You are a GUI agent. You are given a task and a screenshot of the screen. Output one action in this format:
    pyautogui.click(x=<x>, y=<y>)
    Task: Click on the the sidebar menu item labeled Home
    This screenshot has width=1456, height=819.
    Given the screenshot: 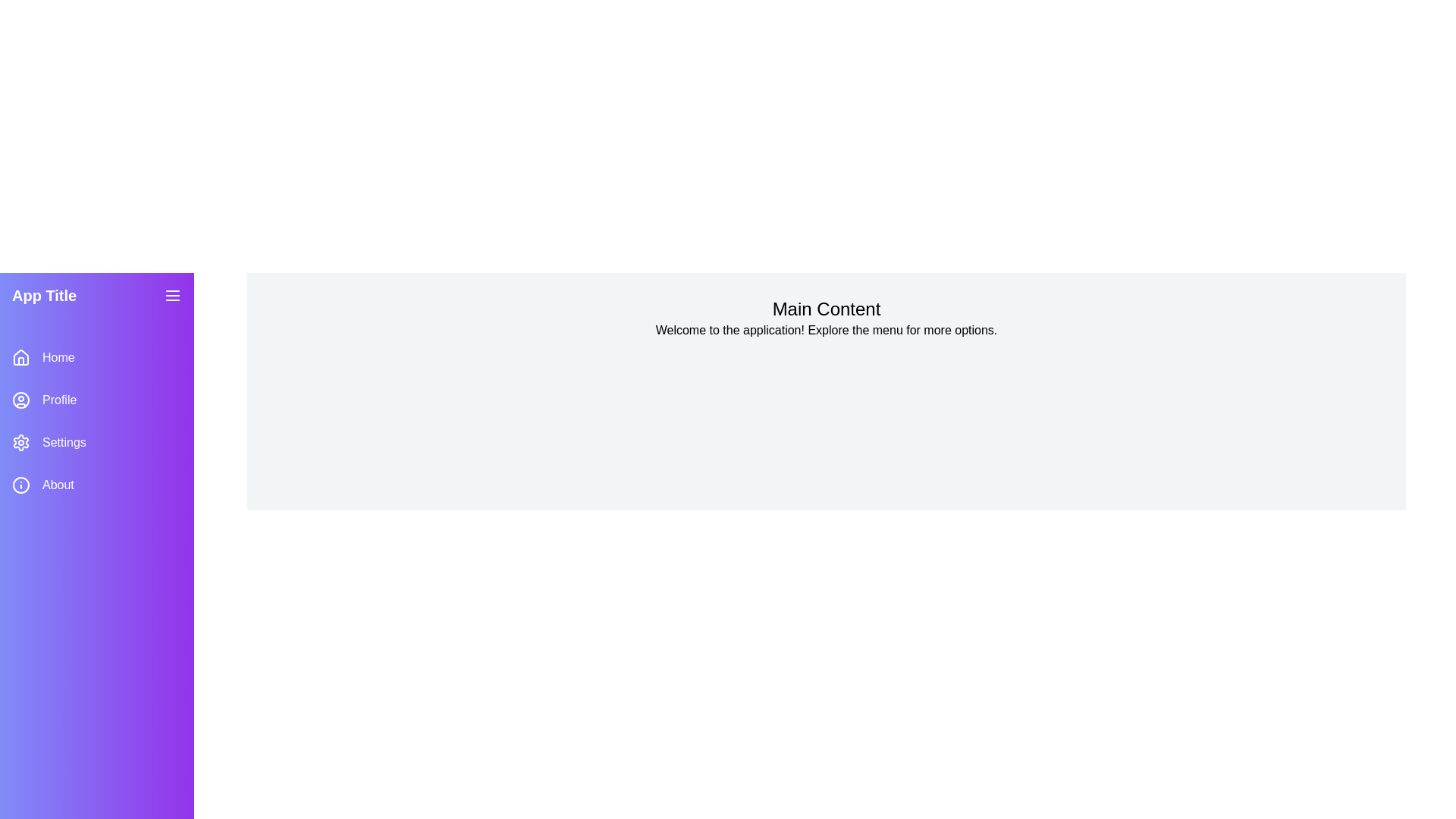 What is the action you would take?
    pyautogui.click(x=96, y=357)
    